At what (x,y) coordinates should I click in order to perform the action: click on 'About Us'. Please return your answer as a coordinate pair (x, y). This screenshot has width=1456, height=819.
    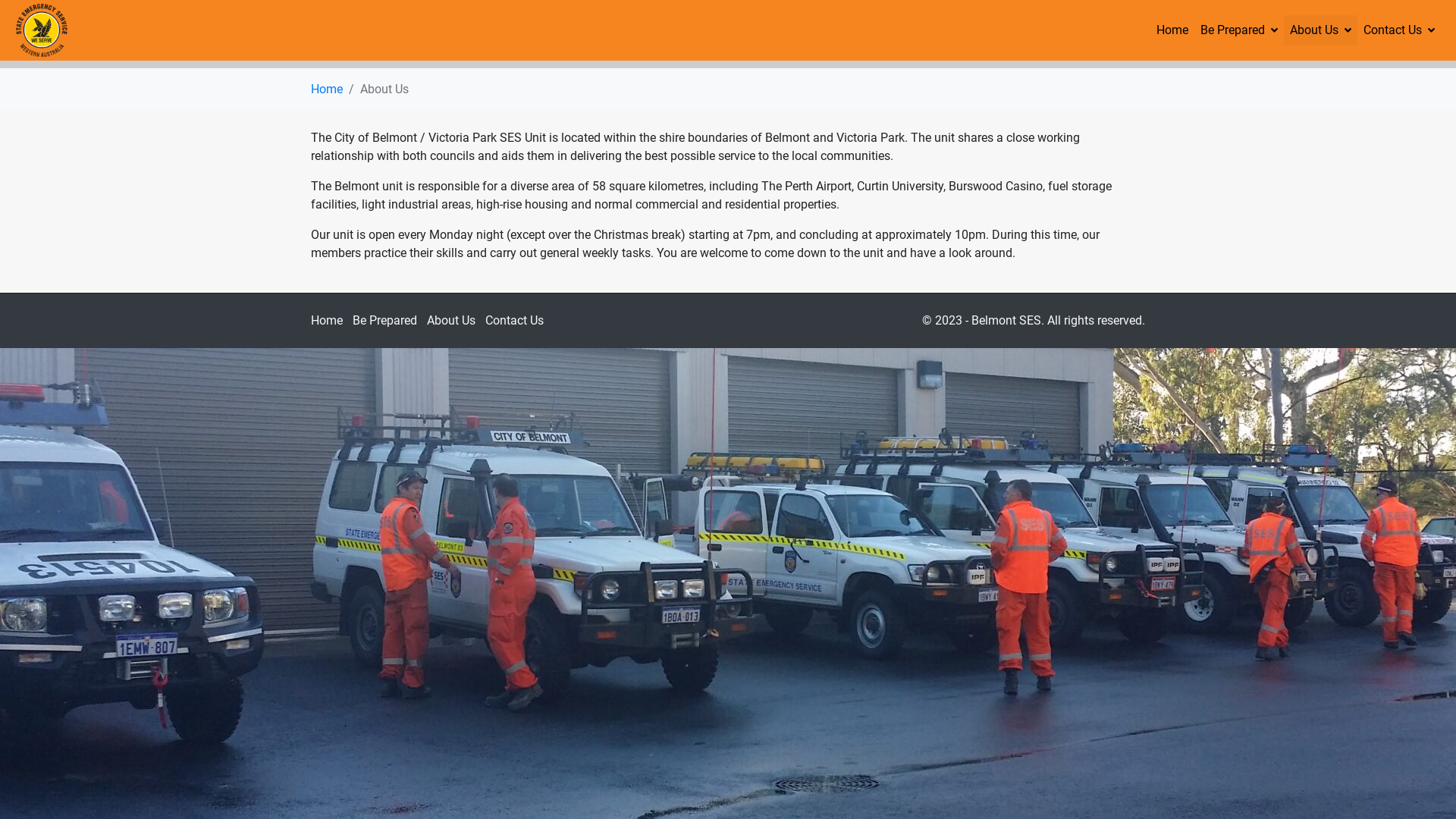
    Looking at the image, I should click on (1319, 30).